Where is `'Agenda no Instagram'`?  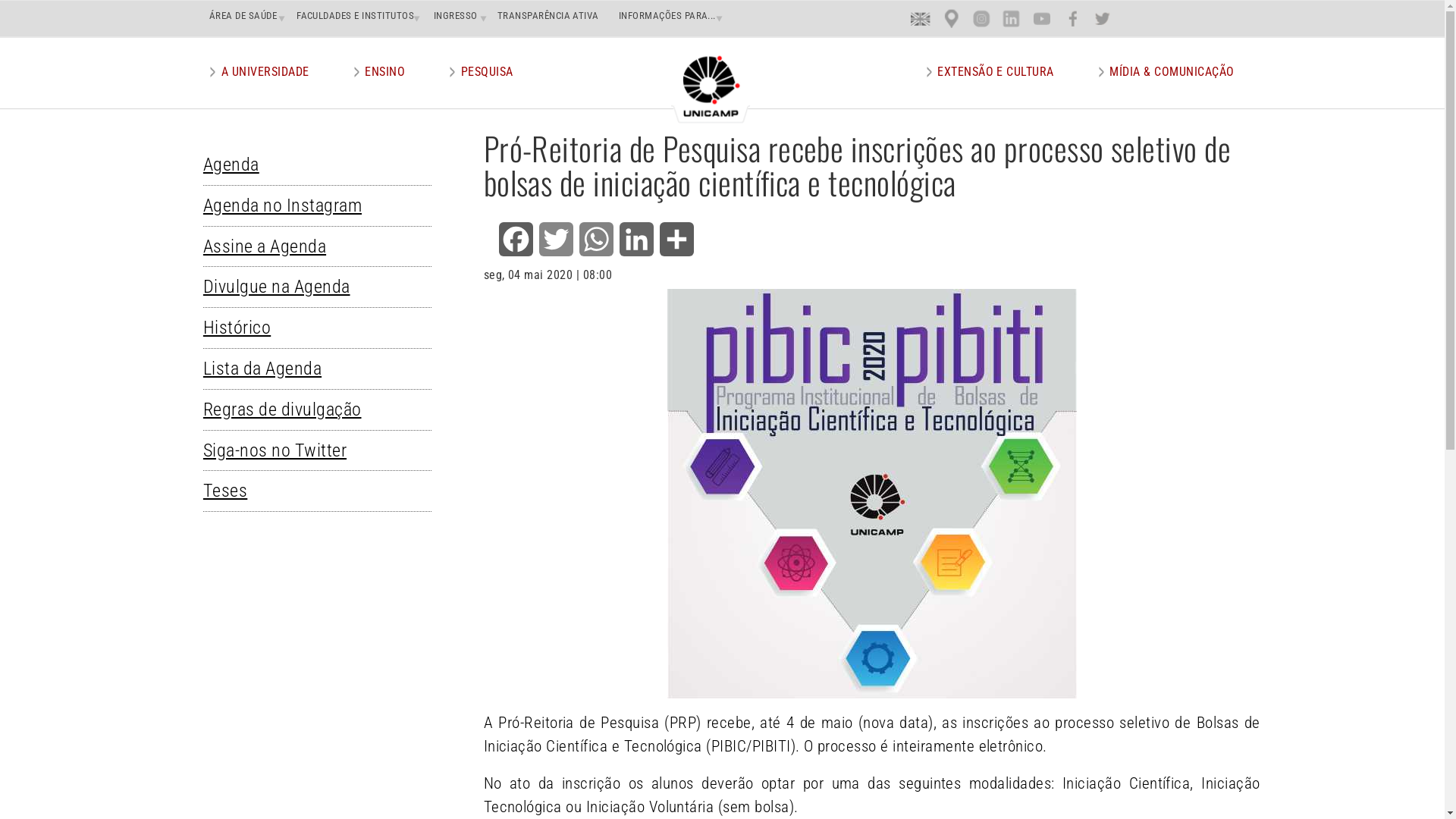
'Agenda no Instagram' is located at coordinates (290, 205).